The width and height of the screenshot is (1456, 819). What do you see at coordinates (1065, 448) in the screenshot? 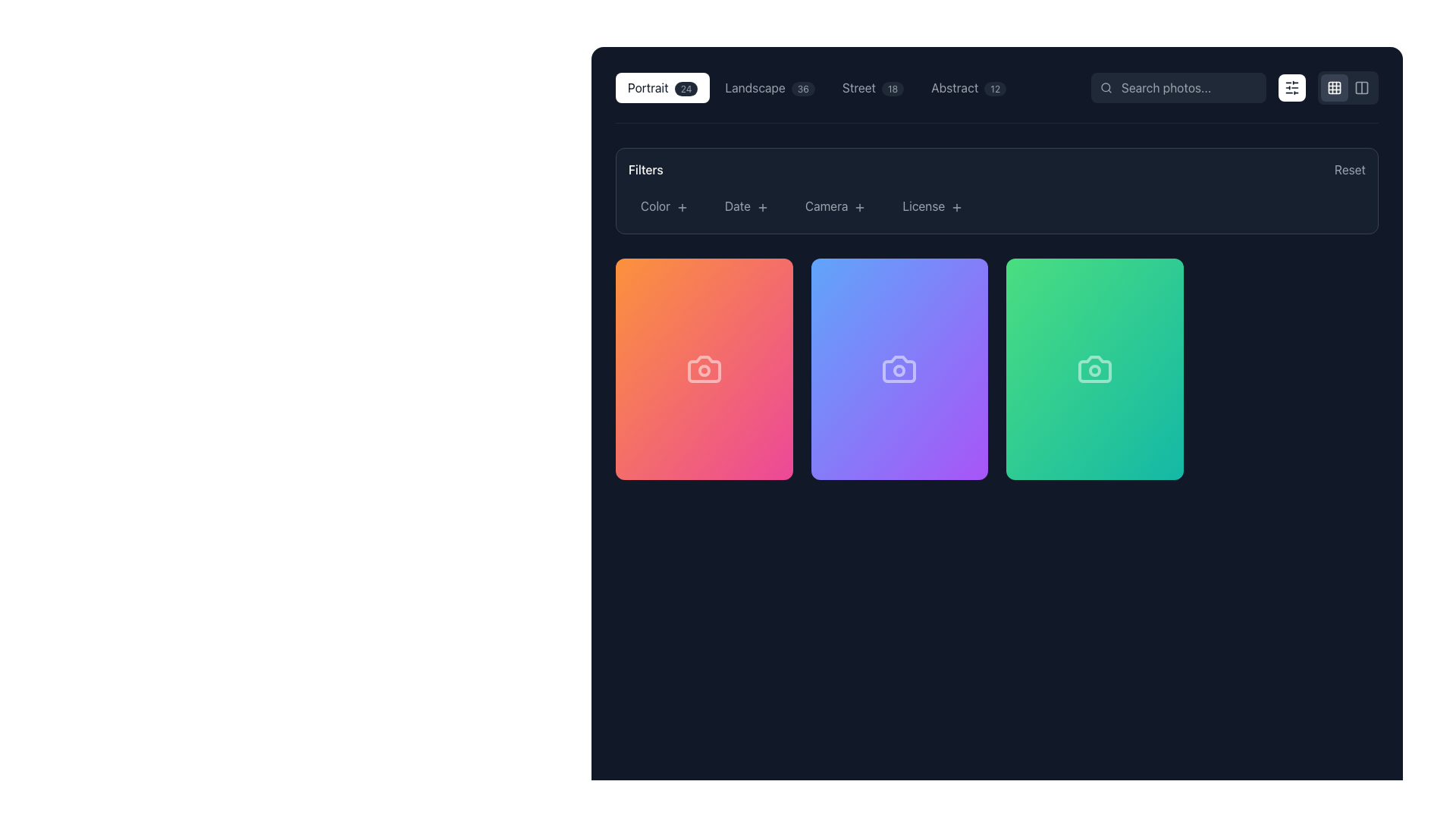
I see `the Grouped indicator displaying counters or indicators, located at the bottom section of the green card in the third column from the left` at bounding box center [1065, 448].